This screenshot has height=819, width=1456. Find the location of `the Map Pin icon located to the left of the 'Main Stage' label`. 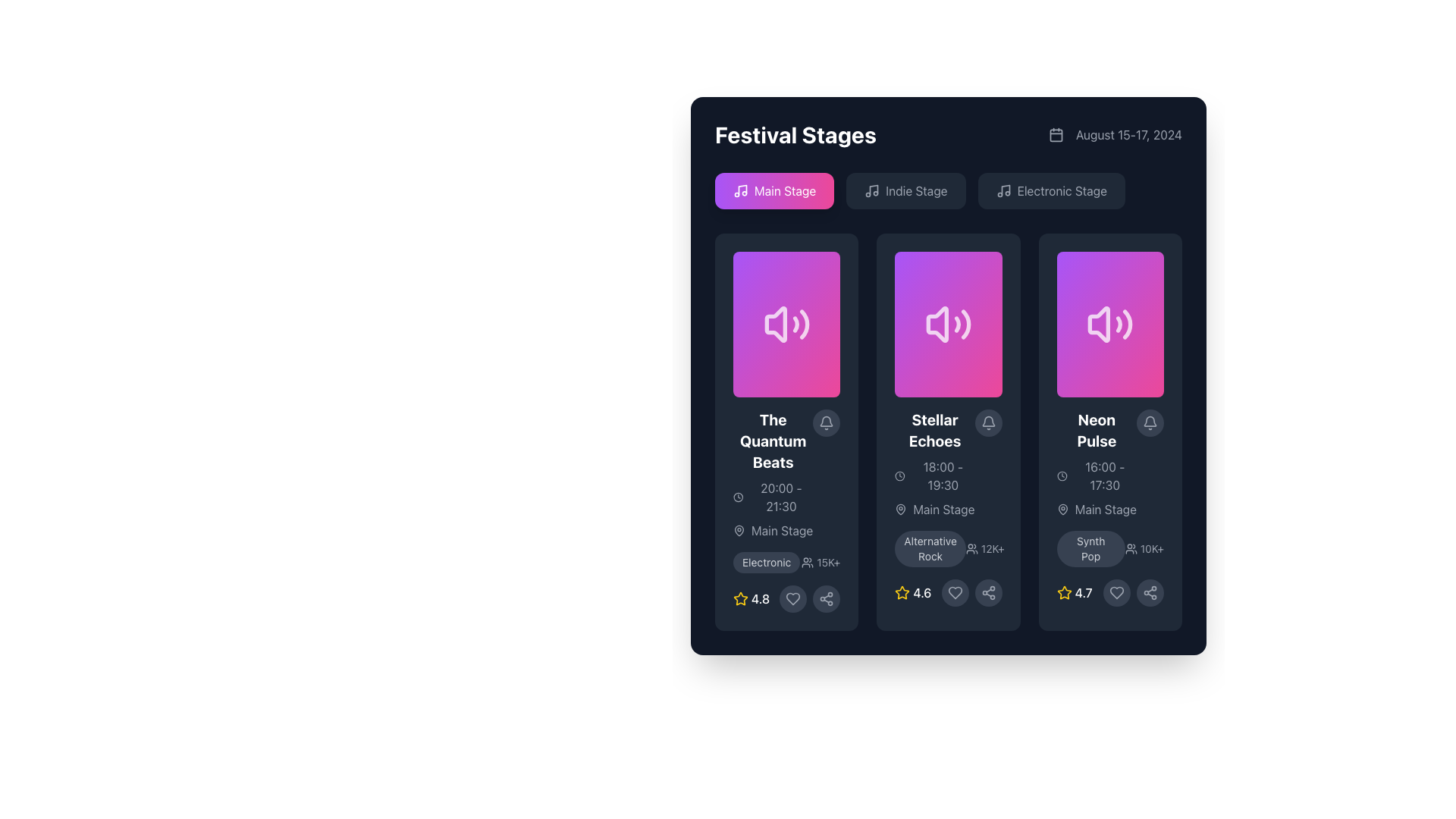

the Map Pin icon located to the left of the 'Main Stage' label is located at coordinates (1062, 509).